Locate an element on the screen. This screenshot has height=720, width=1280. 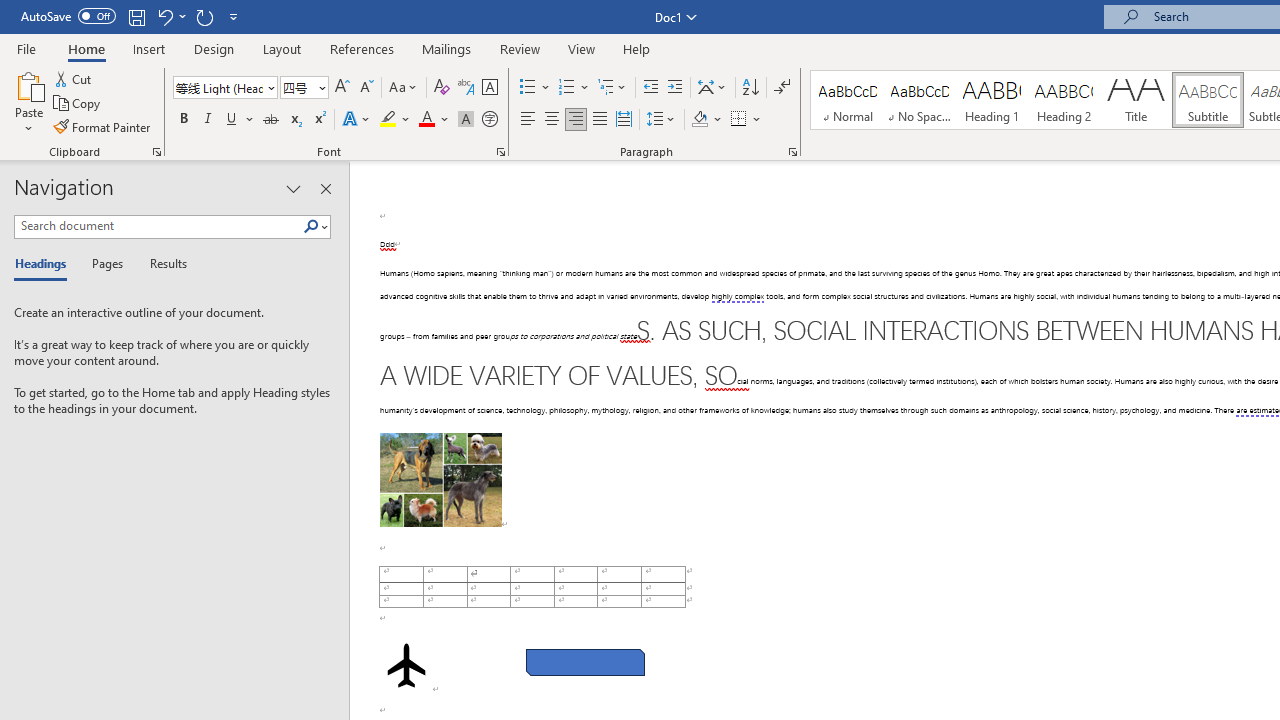
'Align Left' is located at coordinates (528, 119).